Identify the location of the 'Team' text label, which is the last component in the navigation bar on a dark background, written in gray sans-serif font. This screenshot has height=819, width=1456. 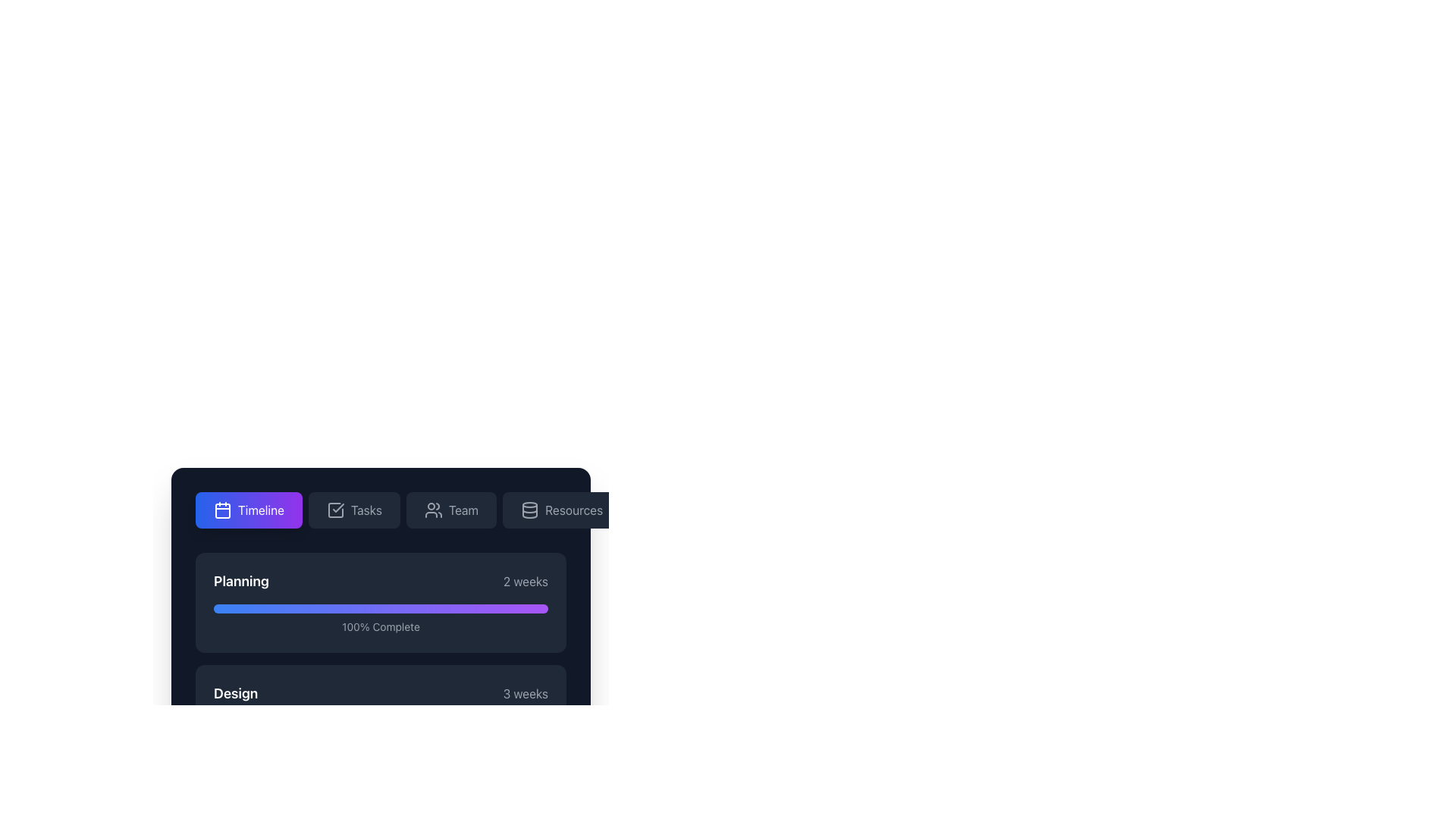
(463, 510).